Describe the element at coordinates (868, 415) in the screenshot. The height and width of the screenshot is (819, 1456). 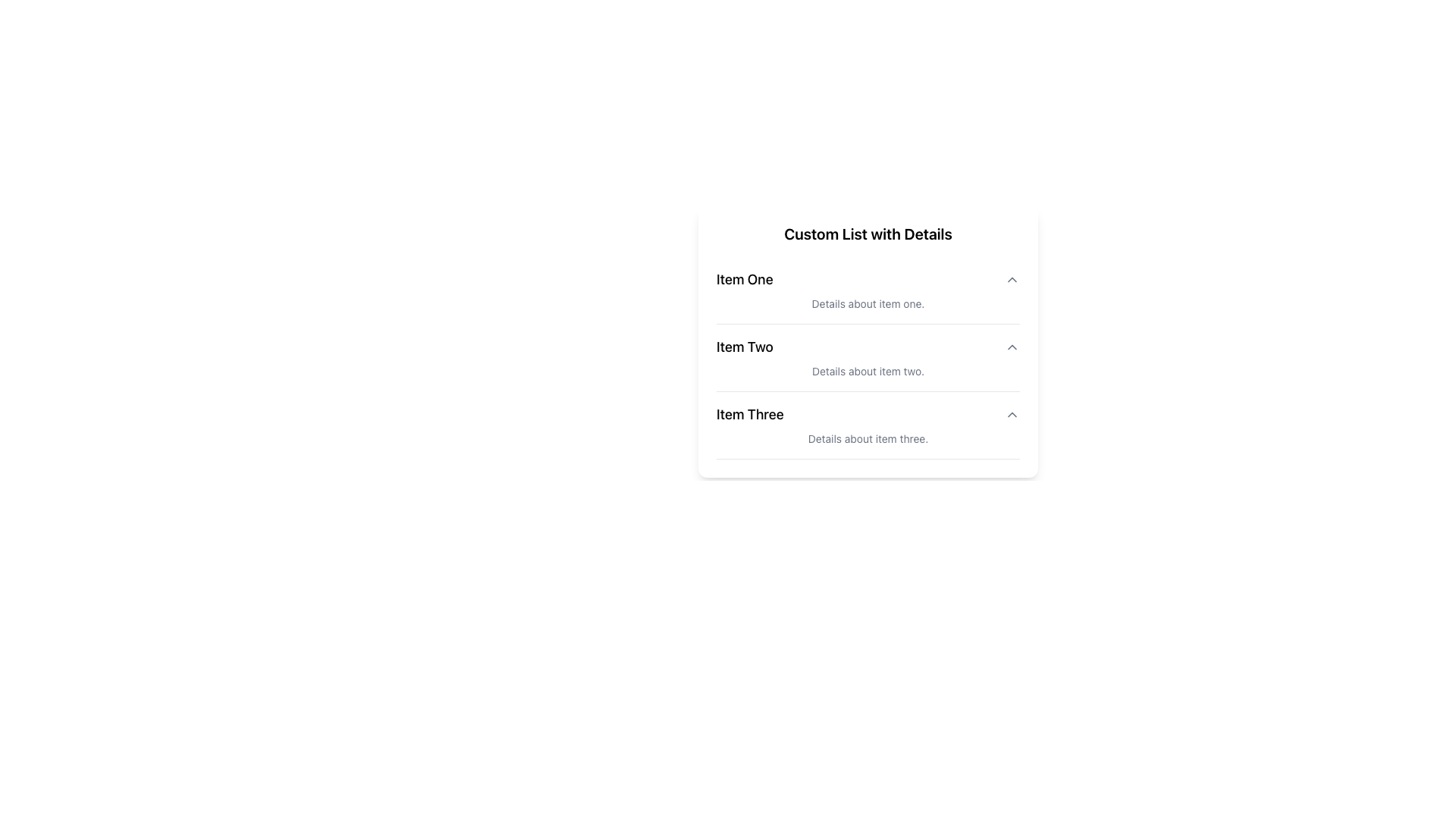
I see `the 'Item Three' menu item` at that location.